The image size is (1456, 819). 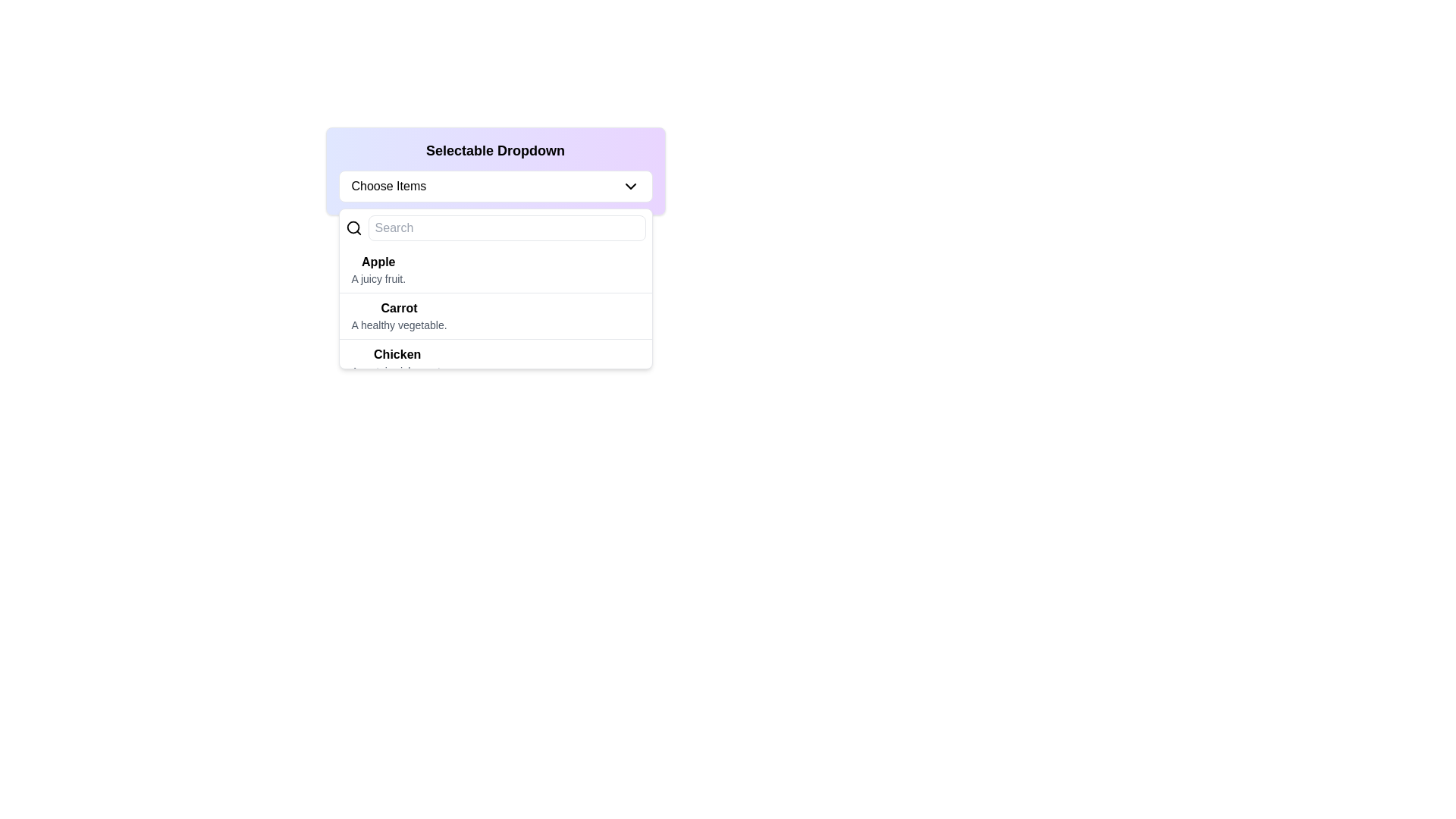 What do you see at coordinates (495, 186) in the screenshot?
I see `the Dropdown menu component located below the title 'Selectable Dropdown'` at bounding box center [495, 186].